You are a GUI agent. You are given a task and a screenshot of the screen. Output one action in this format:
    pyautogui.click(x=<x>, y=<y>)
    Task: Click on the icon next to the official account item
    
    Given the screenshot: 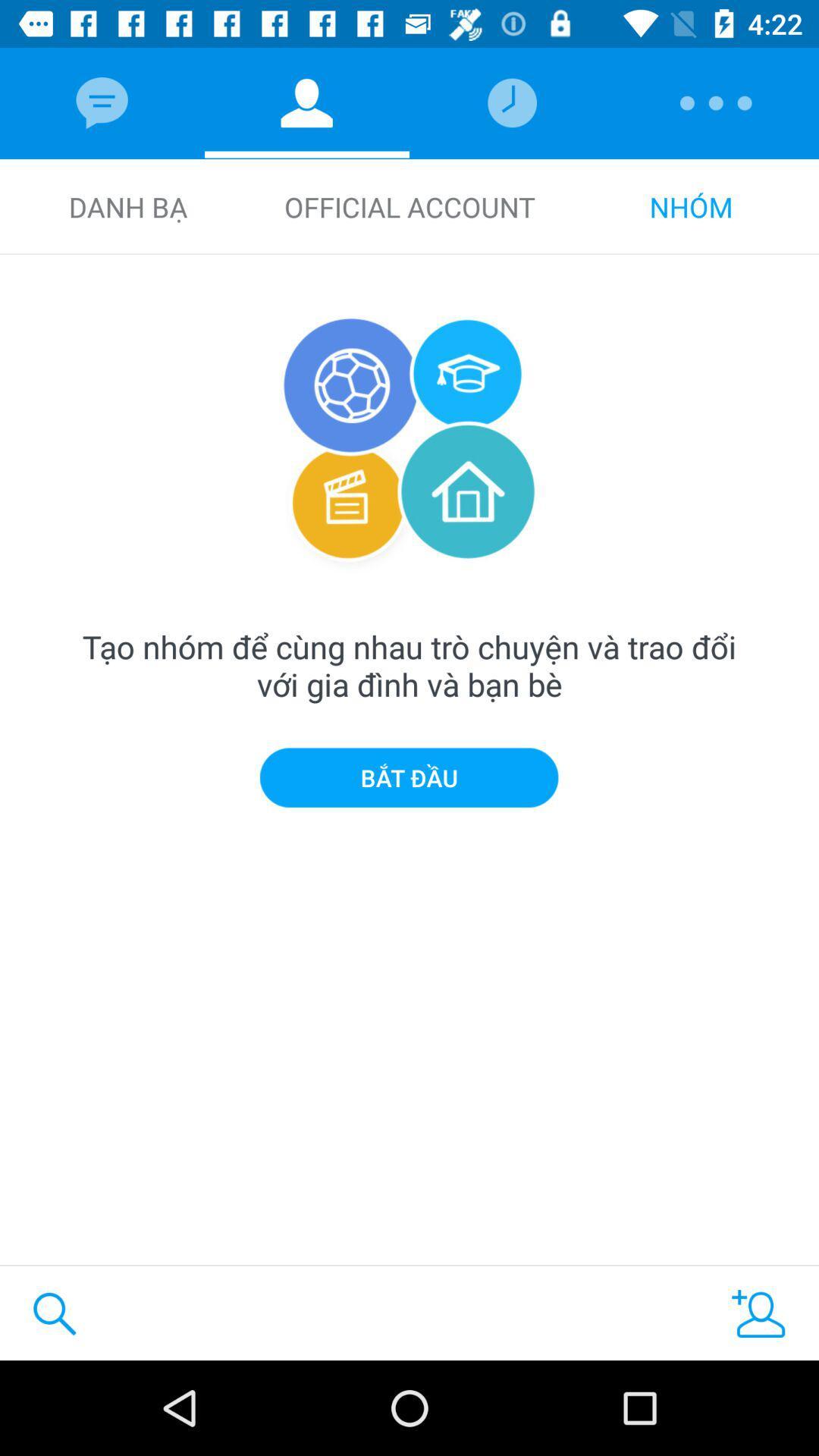 What is the action you would take?
    pyautogui.click(x=691, y=206)
    